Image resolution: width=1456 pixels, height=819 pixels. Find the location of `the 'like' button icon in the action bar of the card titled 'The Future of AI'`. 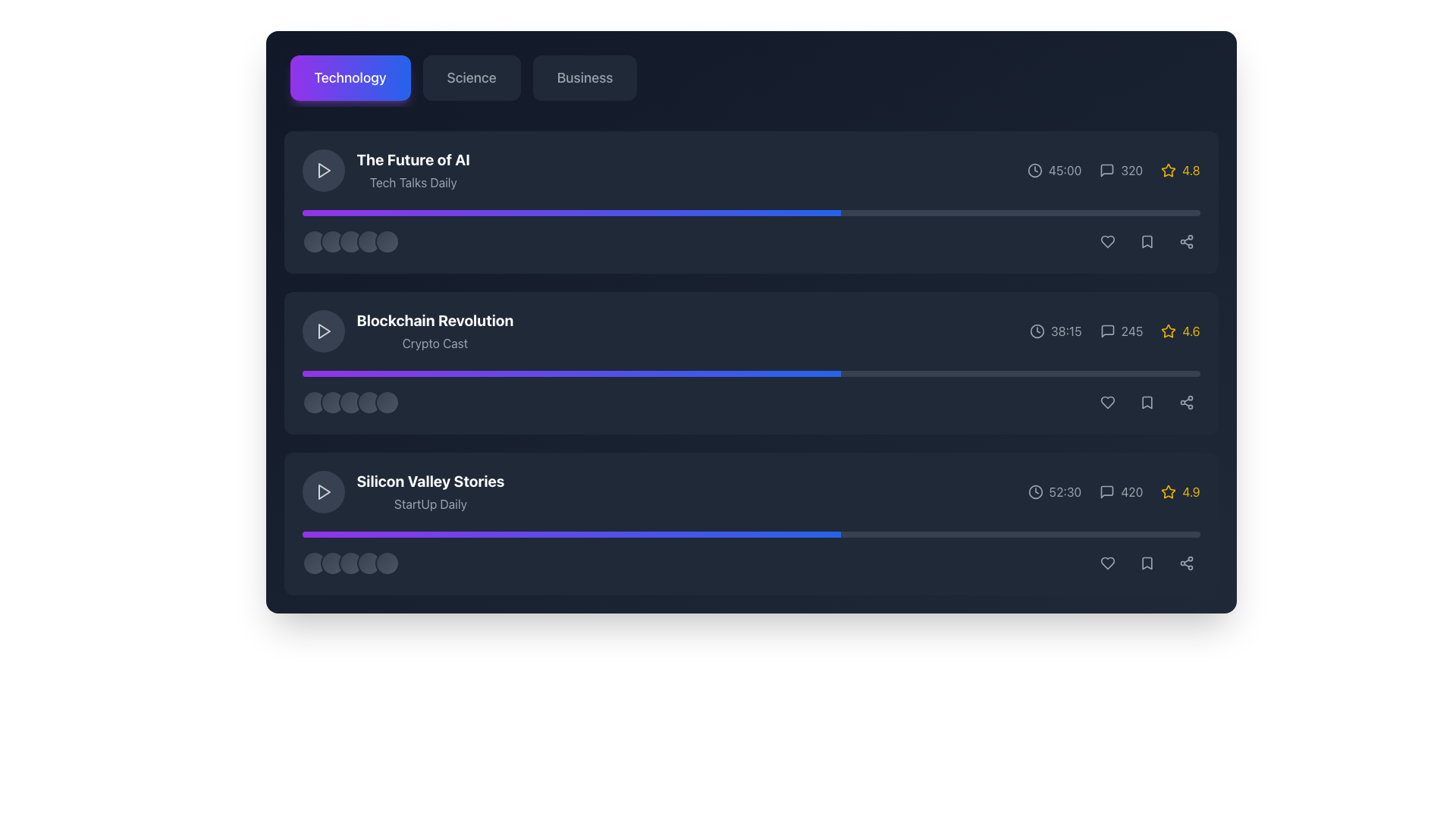

the 'like' button icon in the action bar of the card titled 'The Future of AI' is located at coordinates (1107, 241).